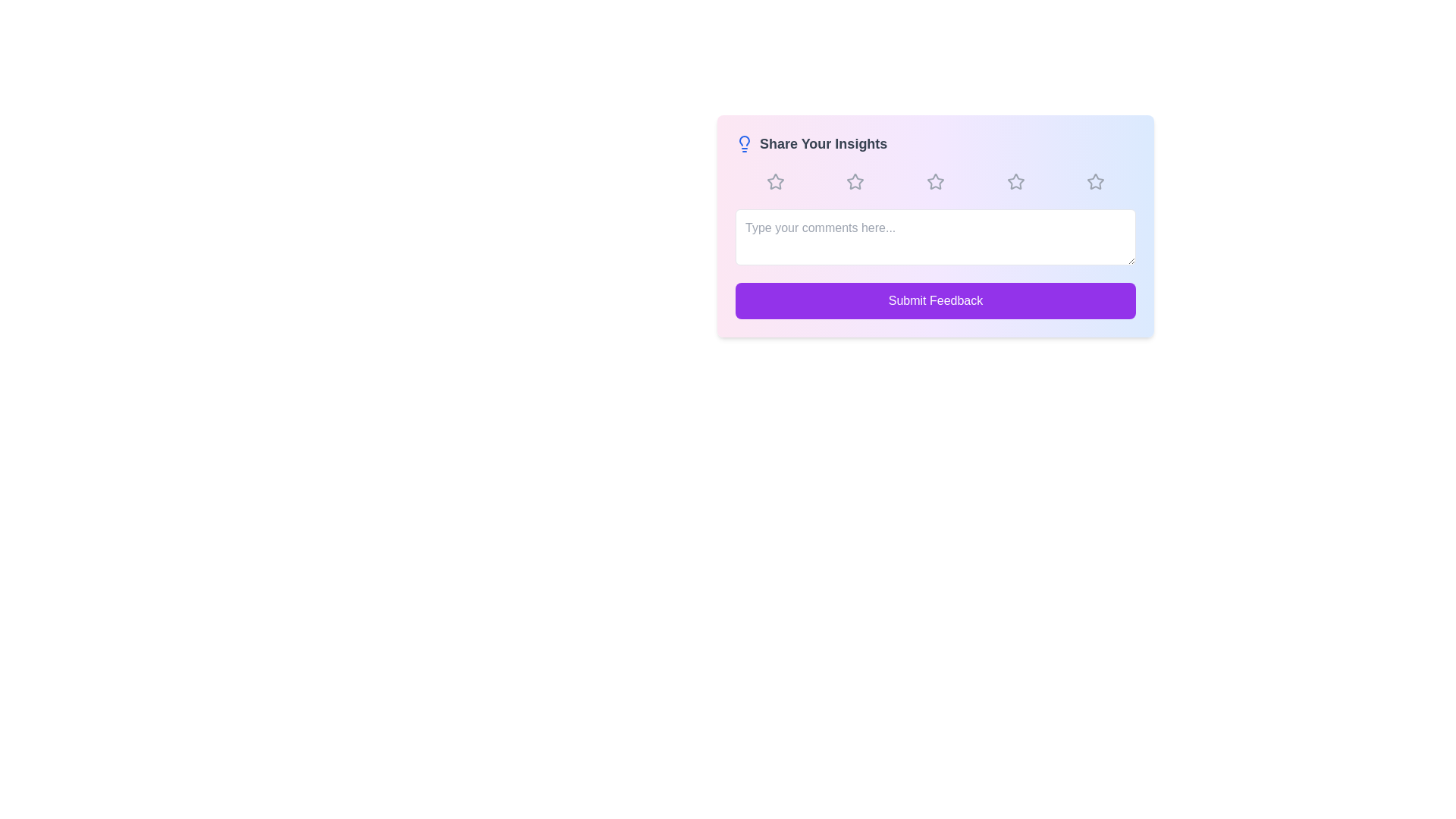 This screenshot has height=819, width=1456. I want to click on the star corresponding to 2 stars to preview the rating, so click(855, 180).